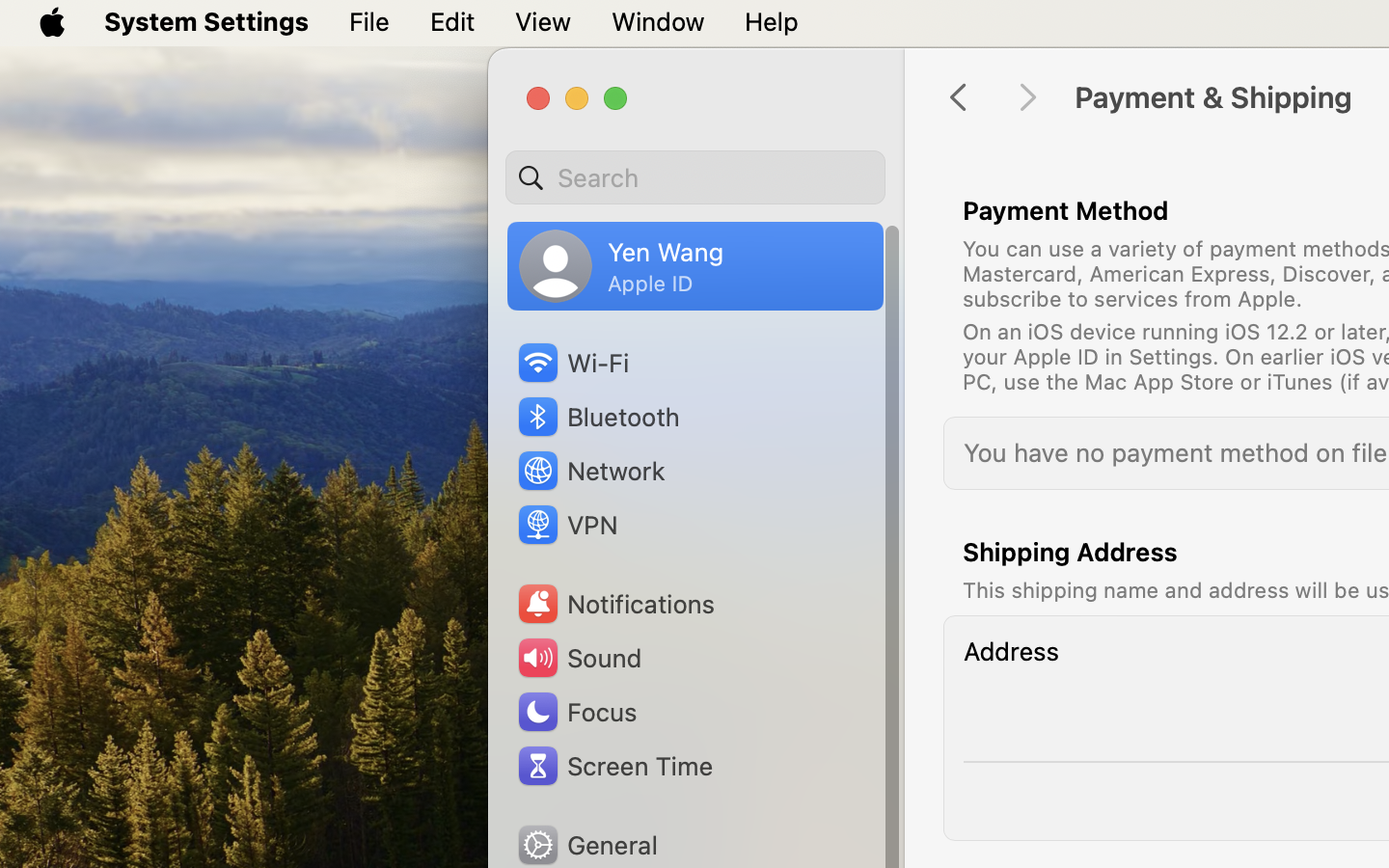 This screenshot has width=1389, height=868. What do you see at coordinates (571, 363) in the screenshot?
I see `'Wi‑Fi'` at bounding box center [571, 363].